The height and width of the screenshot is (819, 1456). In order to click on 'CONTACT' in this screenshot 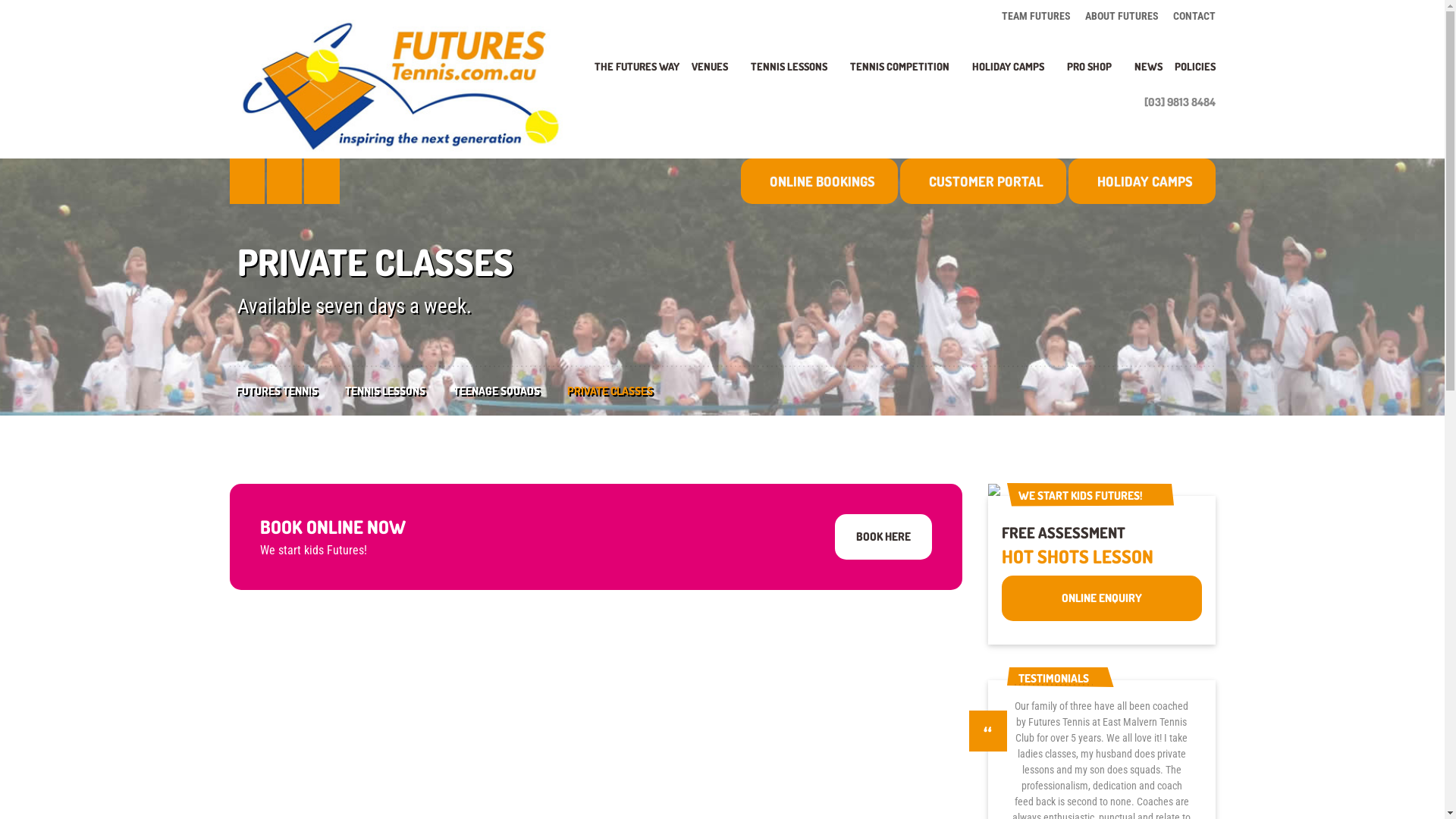, I will do `click(1190, 14)`.